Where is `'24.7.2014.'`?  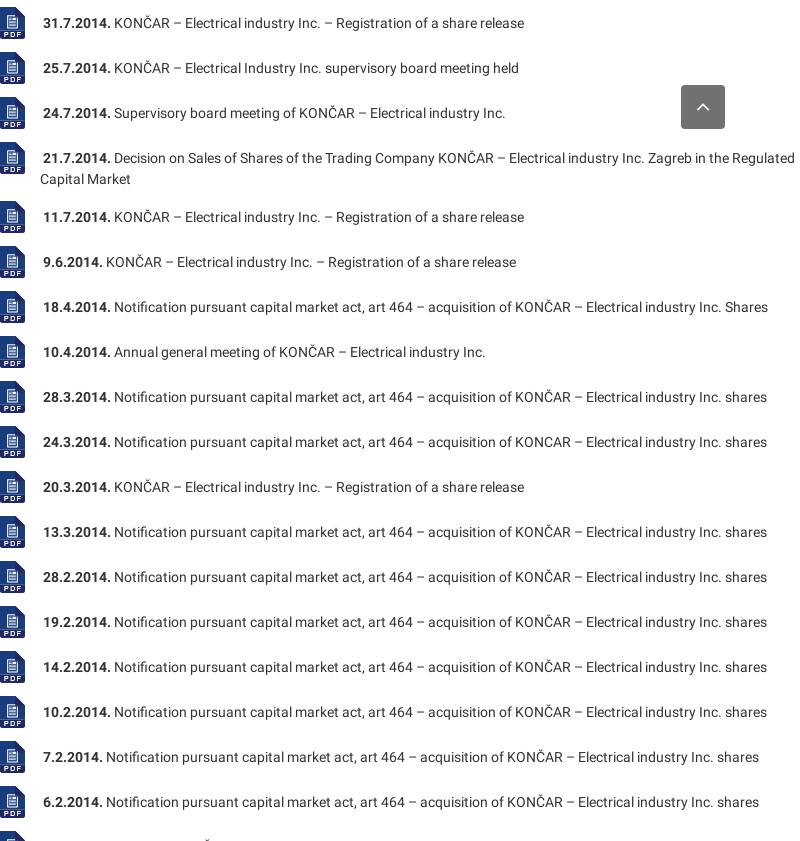 '24.7.2014.' is located at coordinates (77, 111).